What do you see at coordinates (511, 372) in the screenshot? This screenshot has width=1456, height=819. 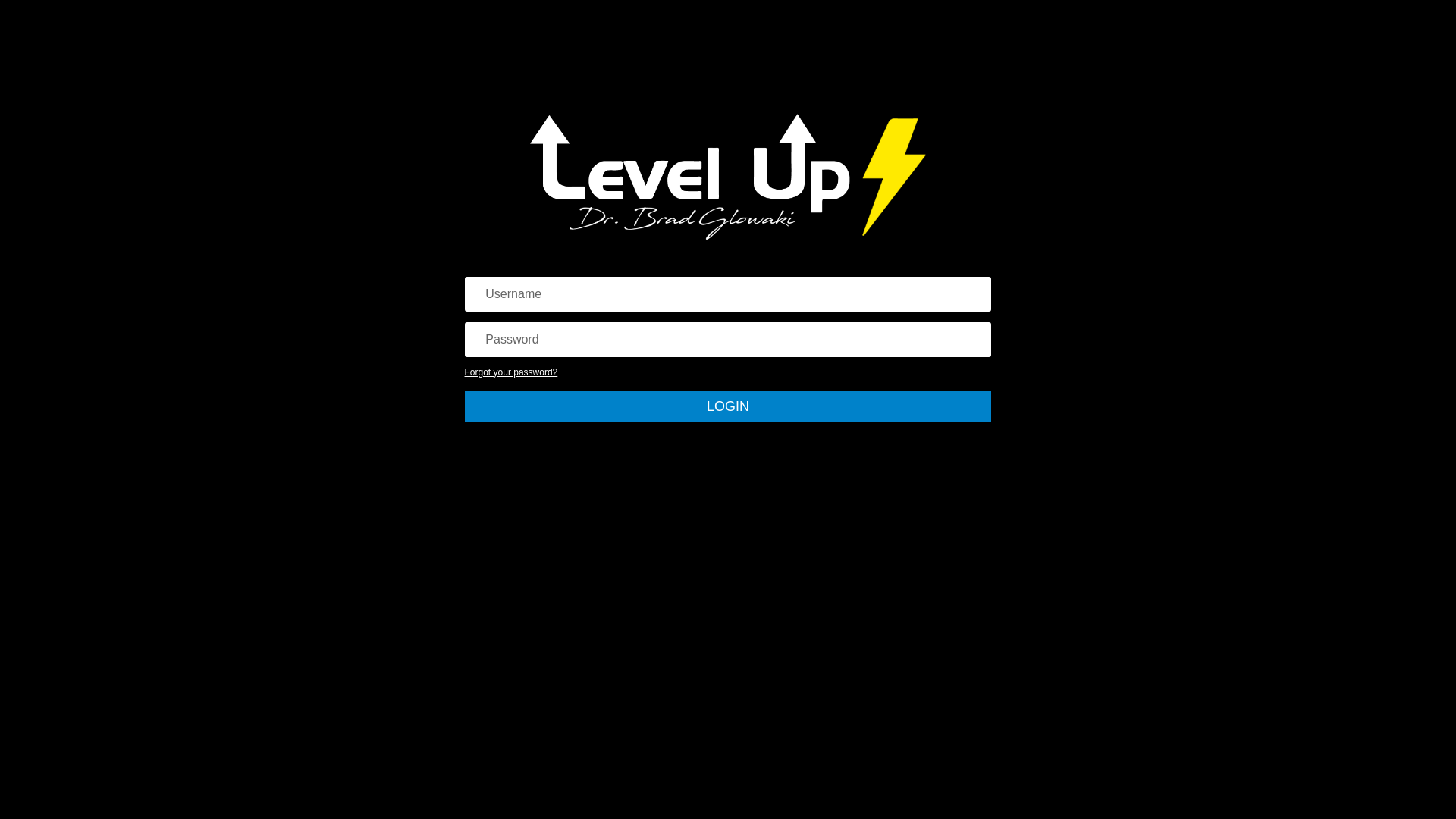 I see `'Forgot your password?'` at bounding box center [511, 372].